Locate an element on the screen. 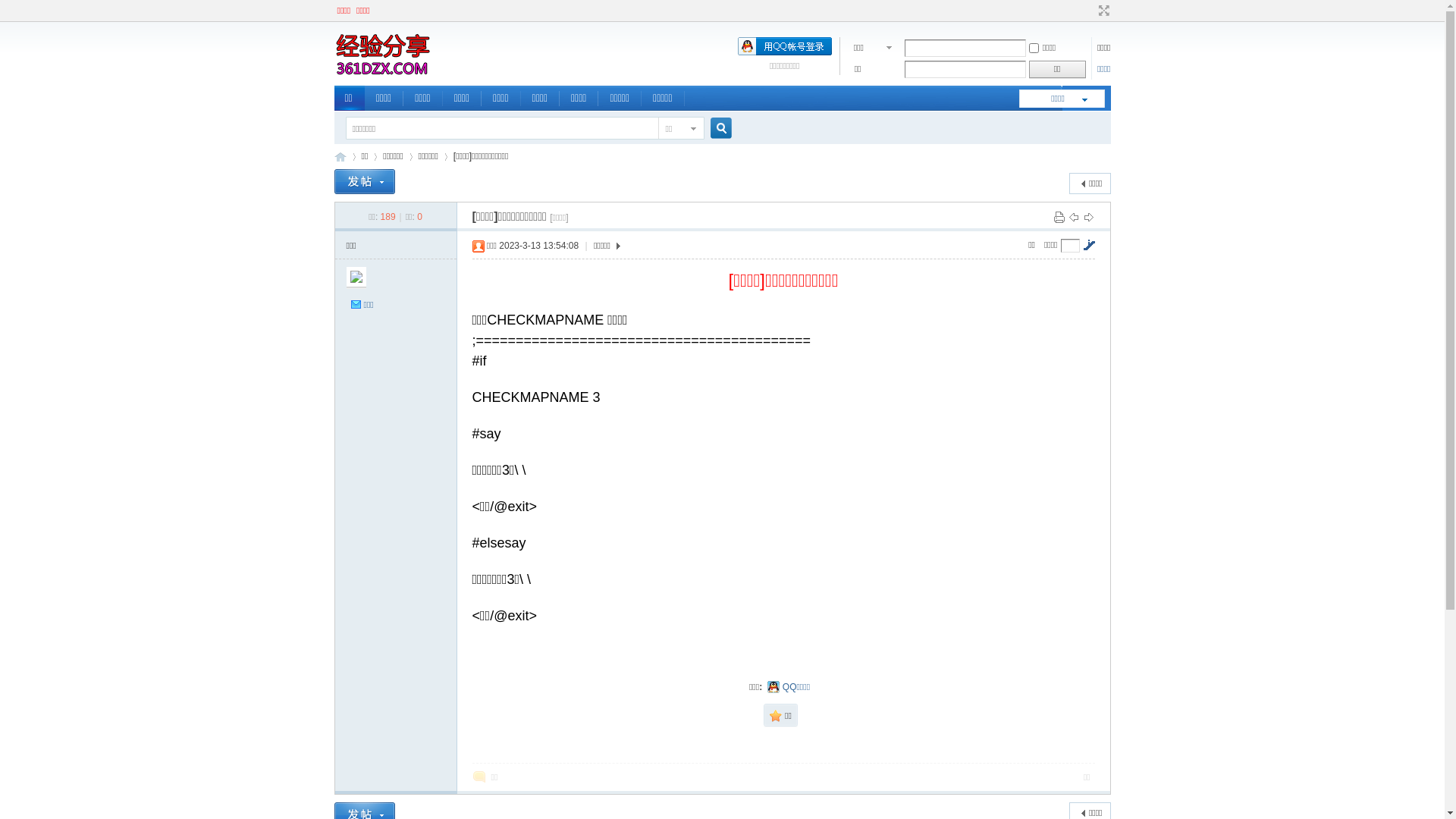 Image resolution: width=1456 pixels, height=819 pixels. 'true' is located at coordinates (714, 127).